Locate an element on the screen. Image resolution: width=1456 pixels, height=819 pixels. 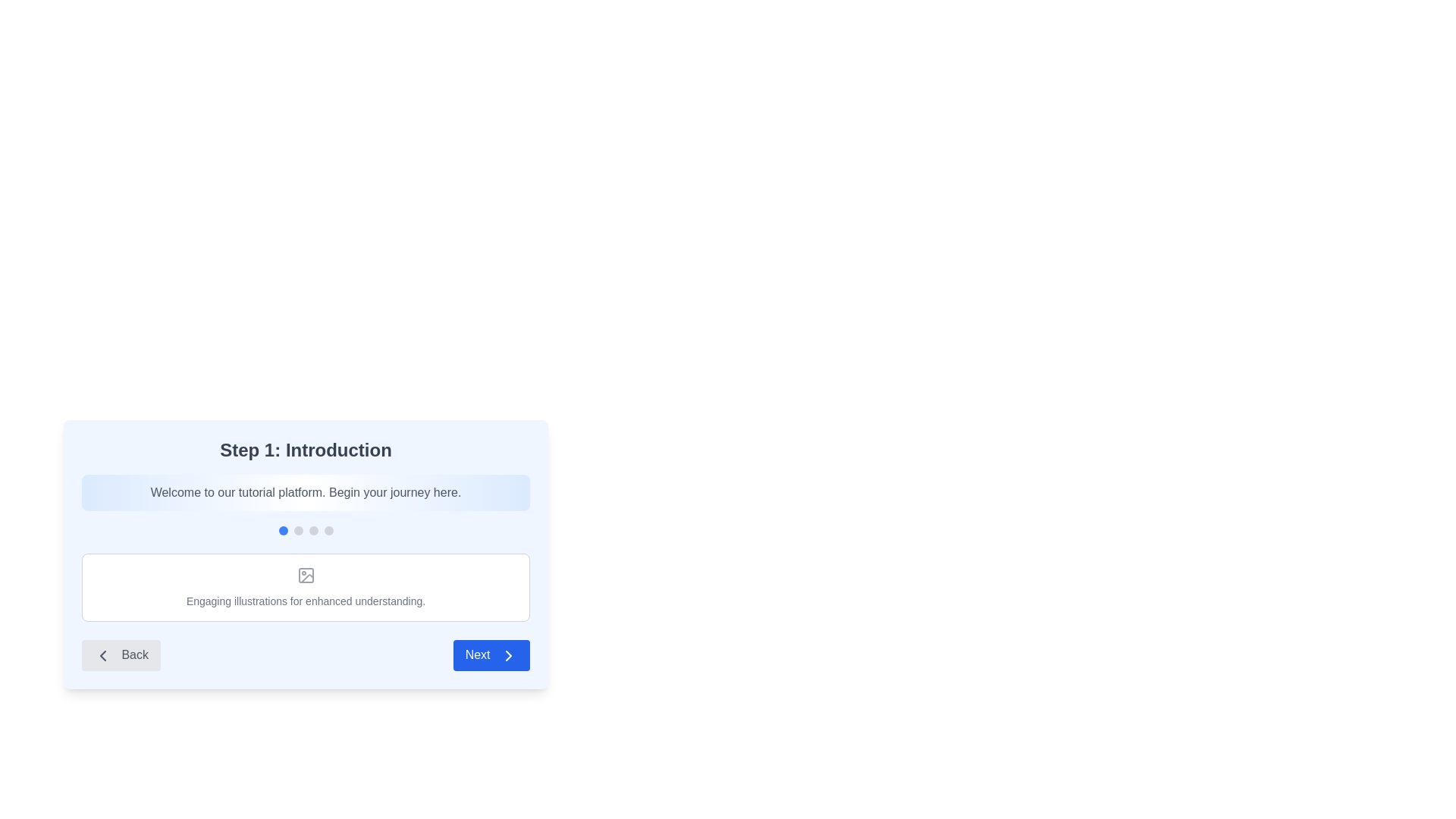
the 'Back' button located at the bottom-left corner of the card interface is located at coordinates (102, 654).